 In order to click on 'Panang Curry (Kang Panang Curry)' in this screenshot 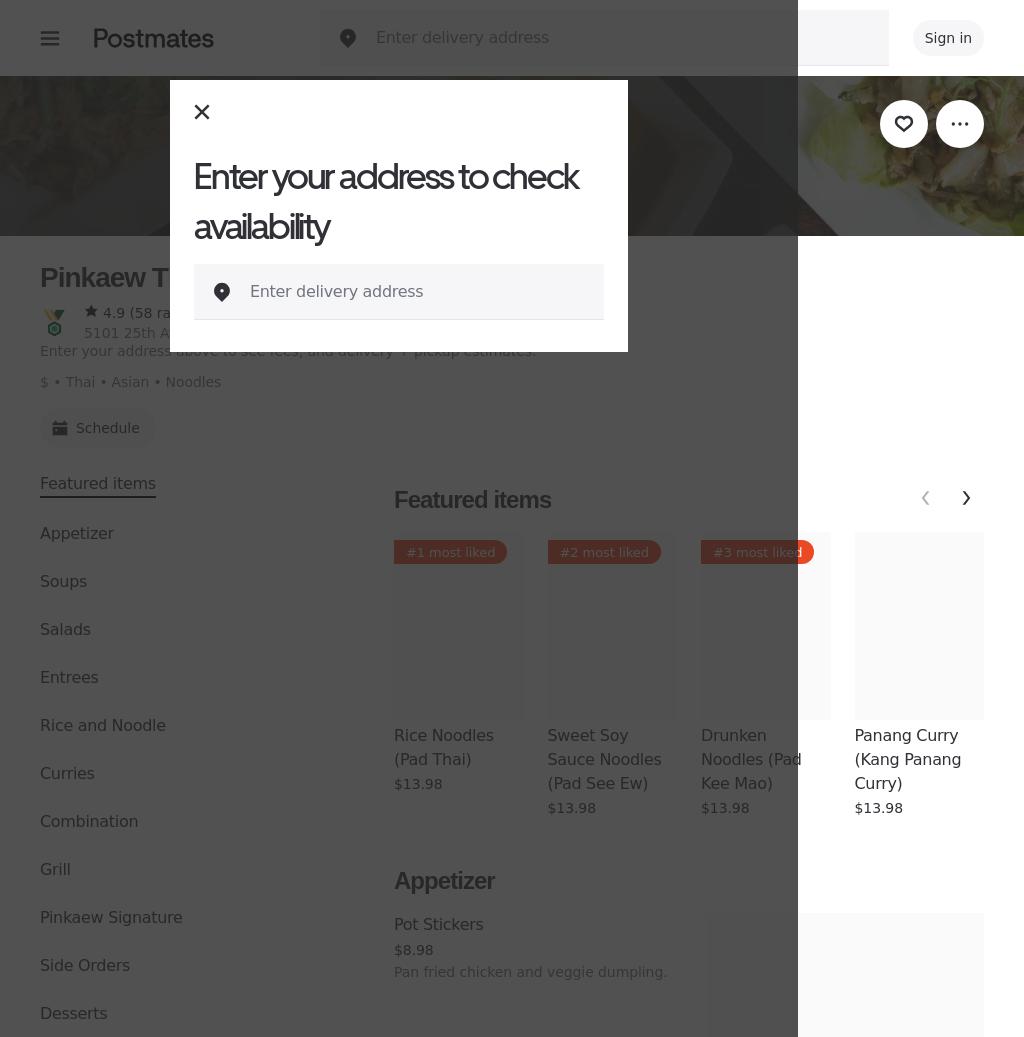, I will do `click(854, 759)`.